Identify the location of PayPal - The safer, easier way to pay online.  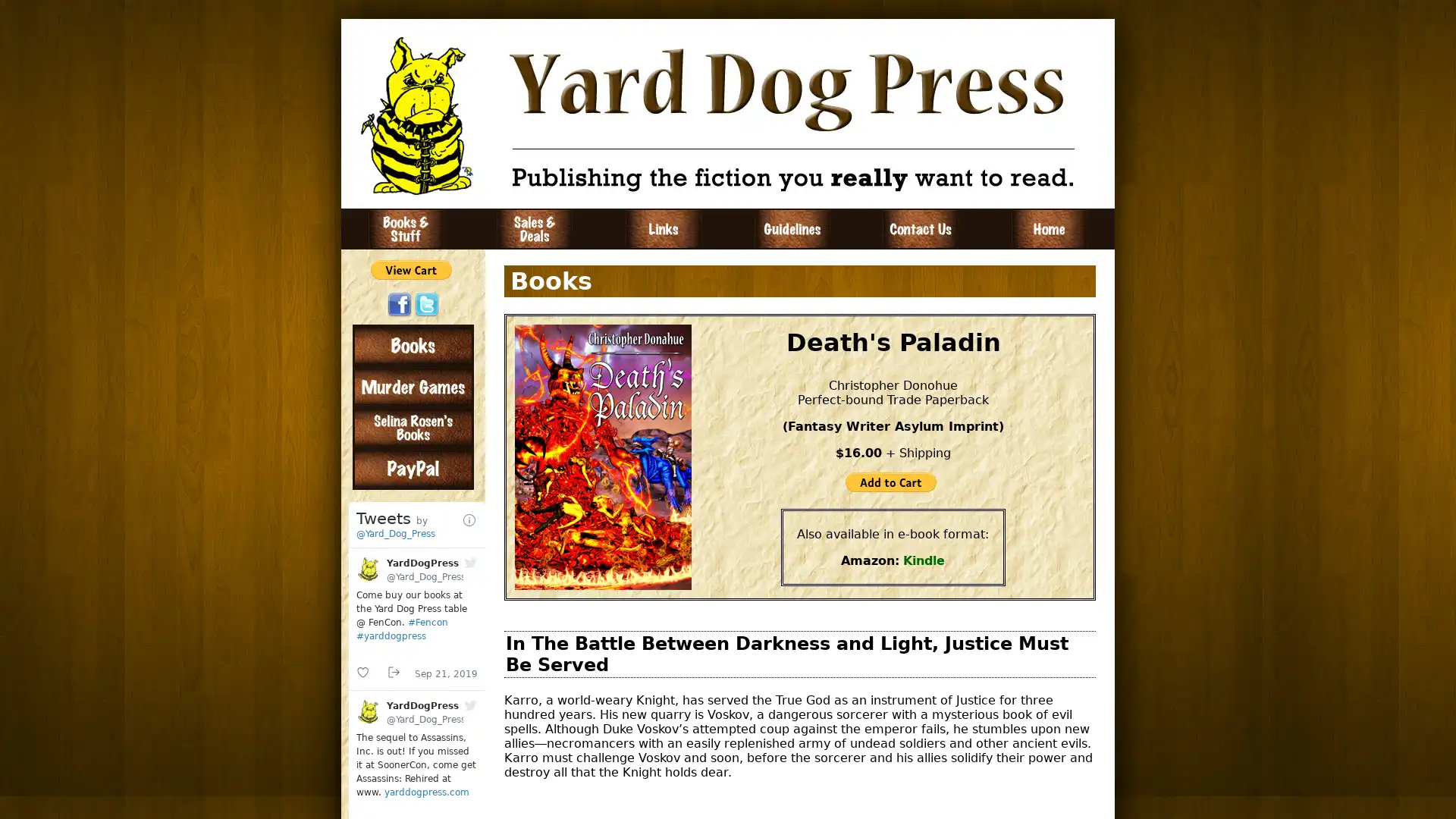
(411, 268).